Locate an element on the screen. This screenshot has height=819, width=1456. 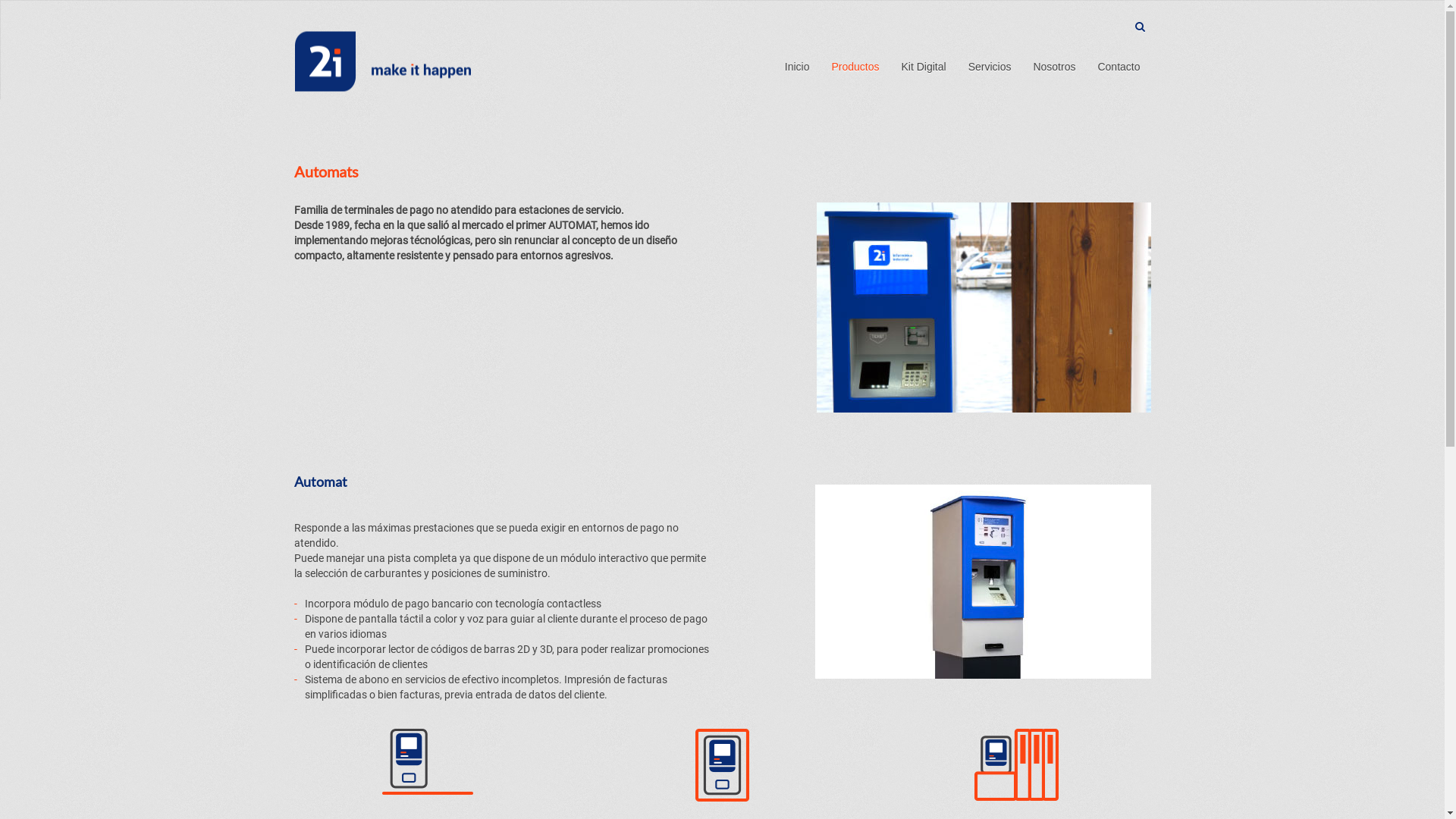
'Inicio' is located at coordinates (796, 66).